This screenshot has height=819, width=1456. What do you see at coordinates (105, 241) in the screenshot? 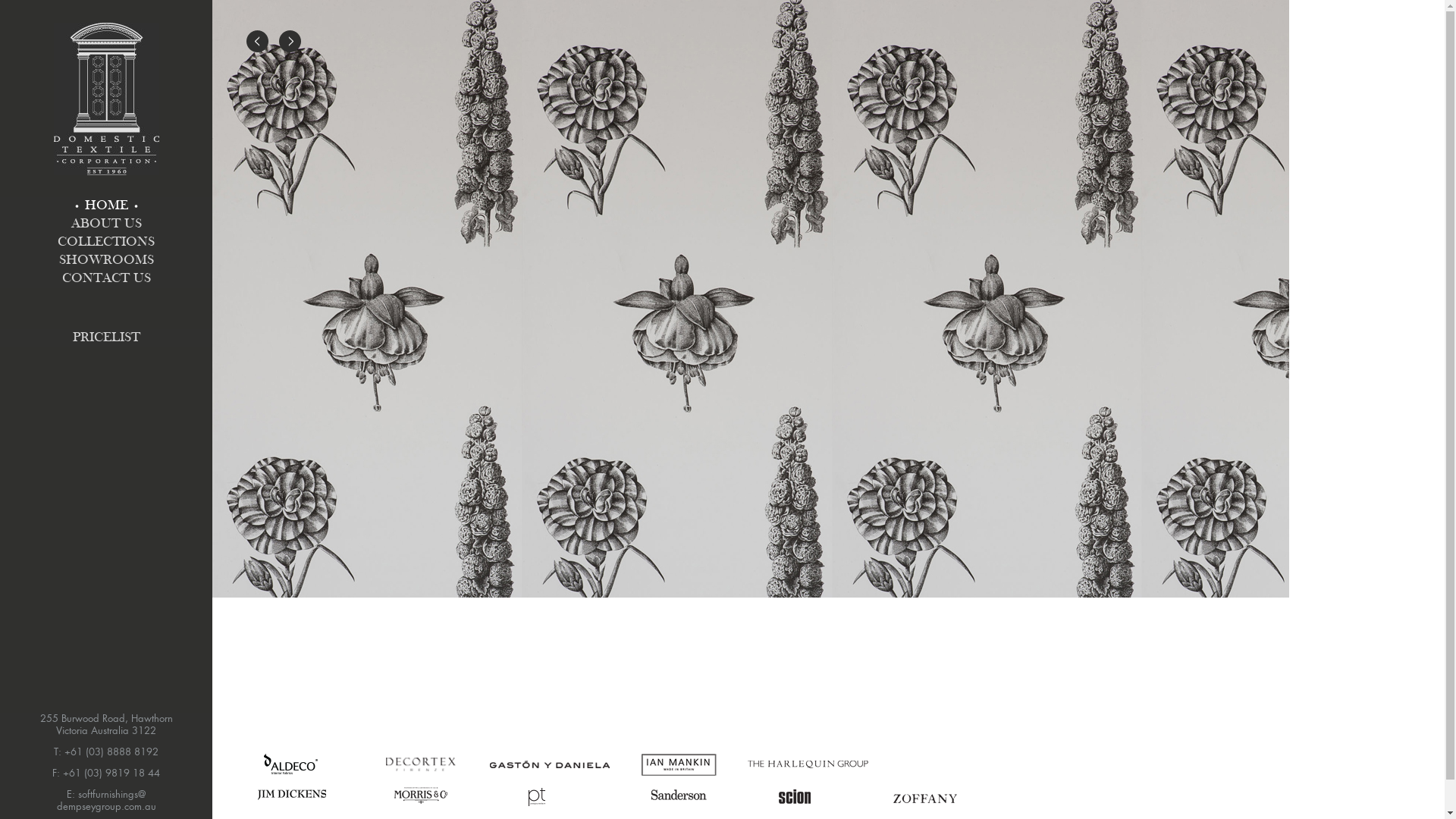
I see `' COLLECTIONS '` at bounding box center [105, 241].